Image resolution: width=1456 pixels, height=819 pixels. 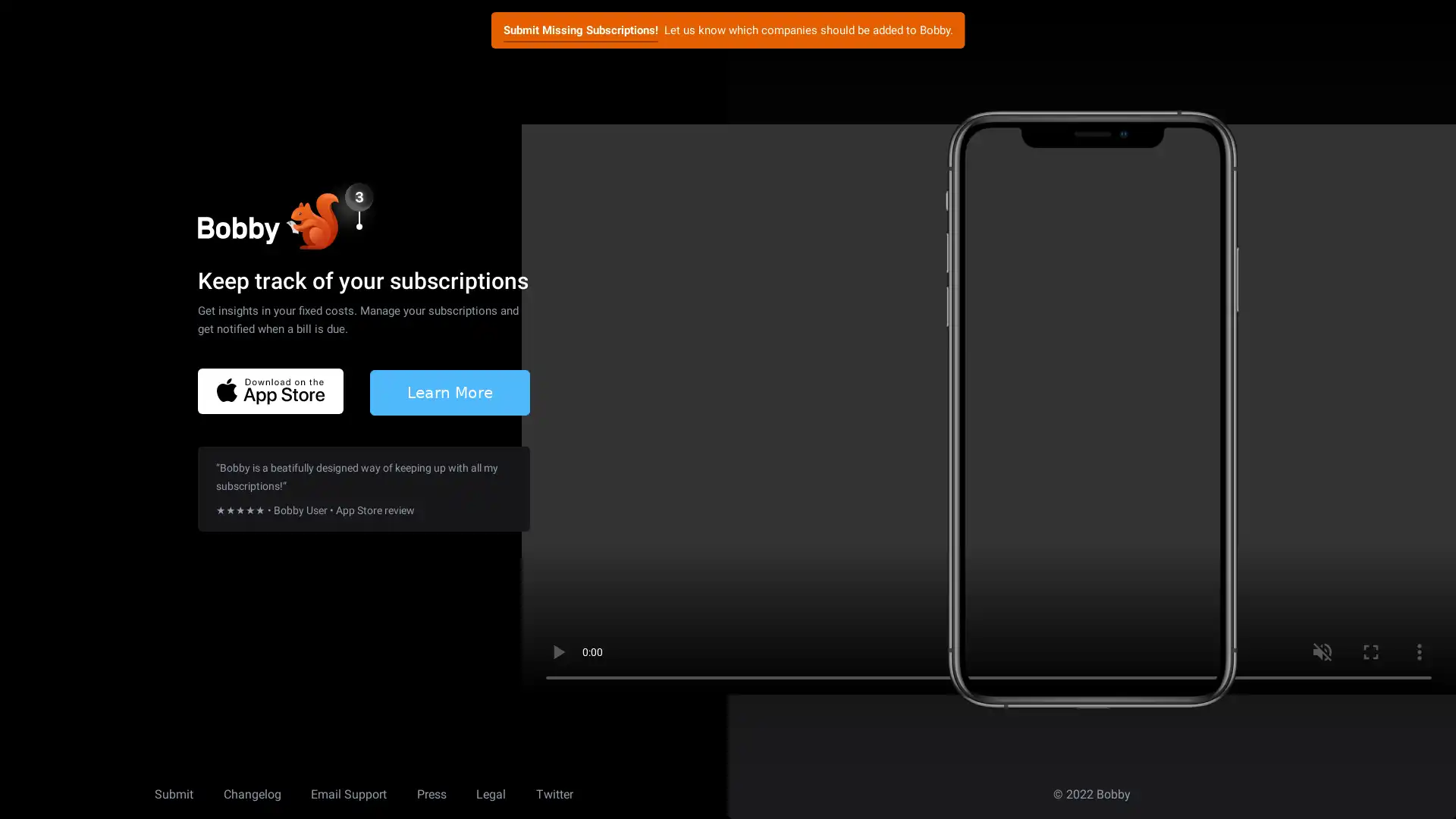 What do you see at coordinates (449, 391) in the screenshot?
I see `Learn More` at bounding box center [449, 391].